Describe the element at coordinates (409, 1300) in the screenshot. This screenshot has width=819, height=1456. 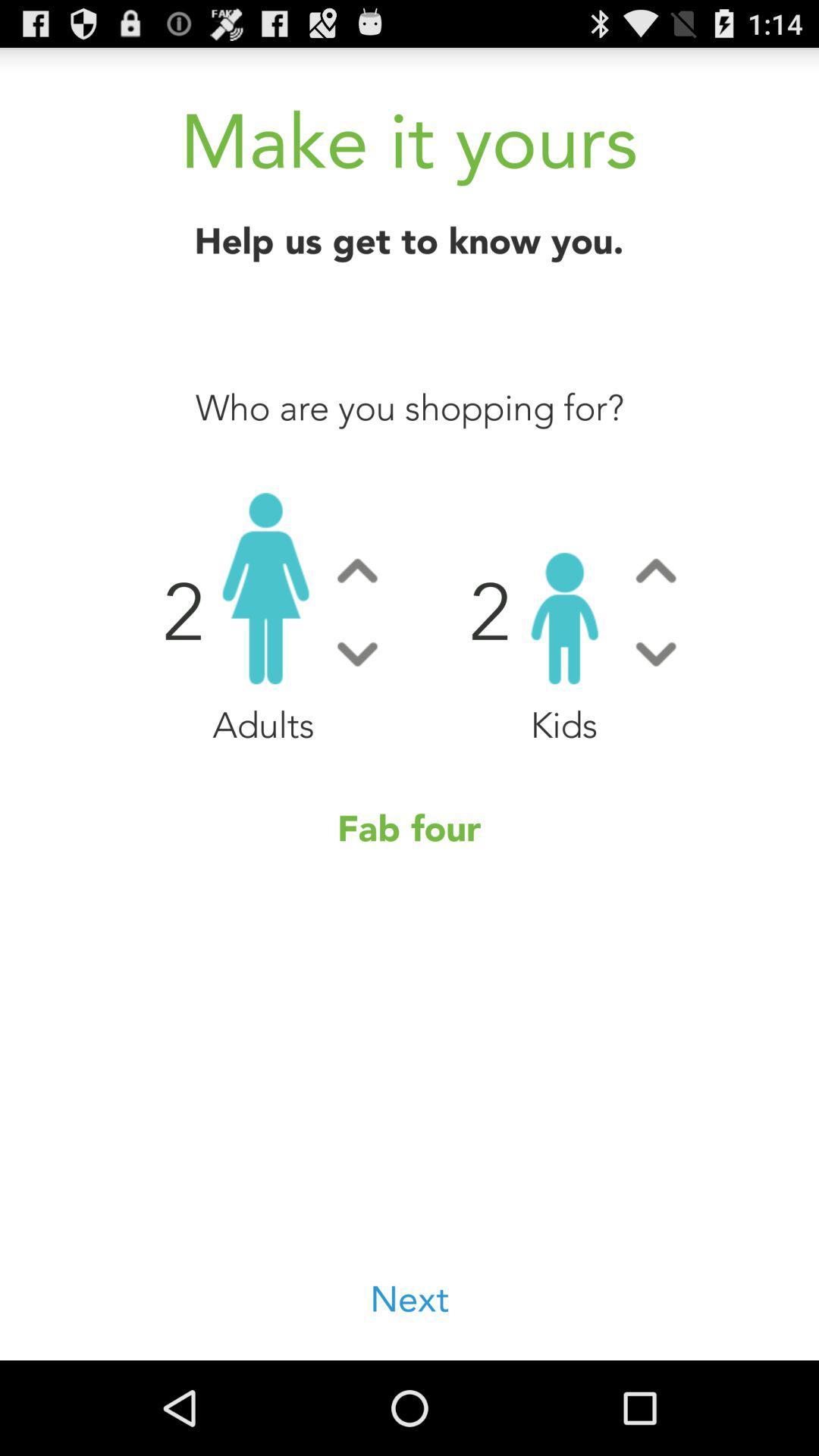
I see `the icon at the bottom` at that location.